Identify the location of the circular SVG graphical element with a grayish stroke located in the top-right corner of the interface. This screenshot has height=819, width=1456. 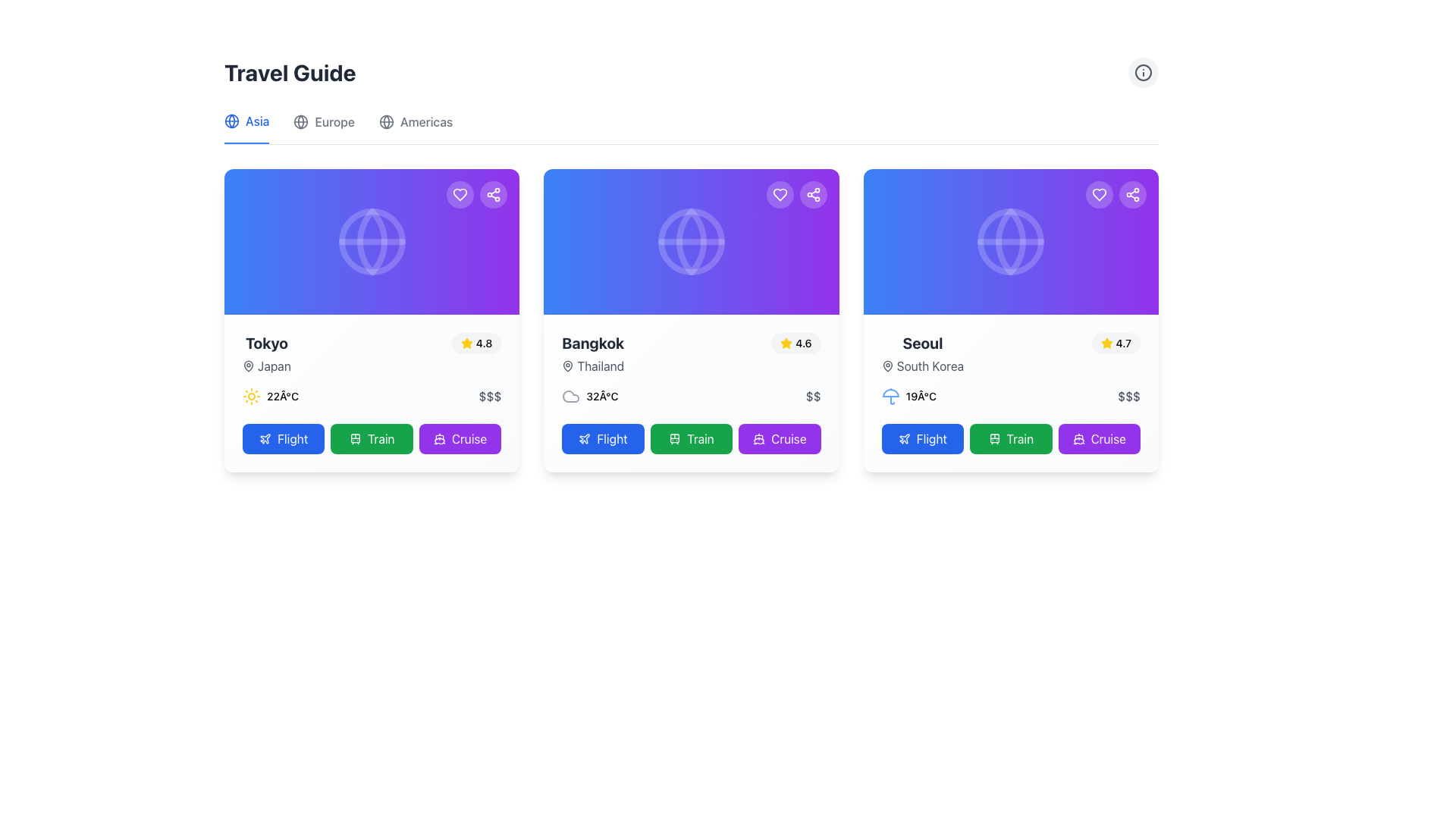
(1143, 73).